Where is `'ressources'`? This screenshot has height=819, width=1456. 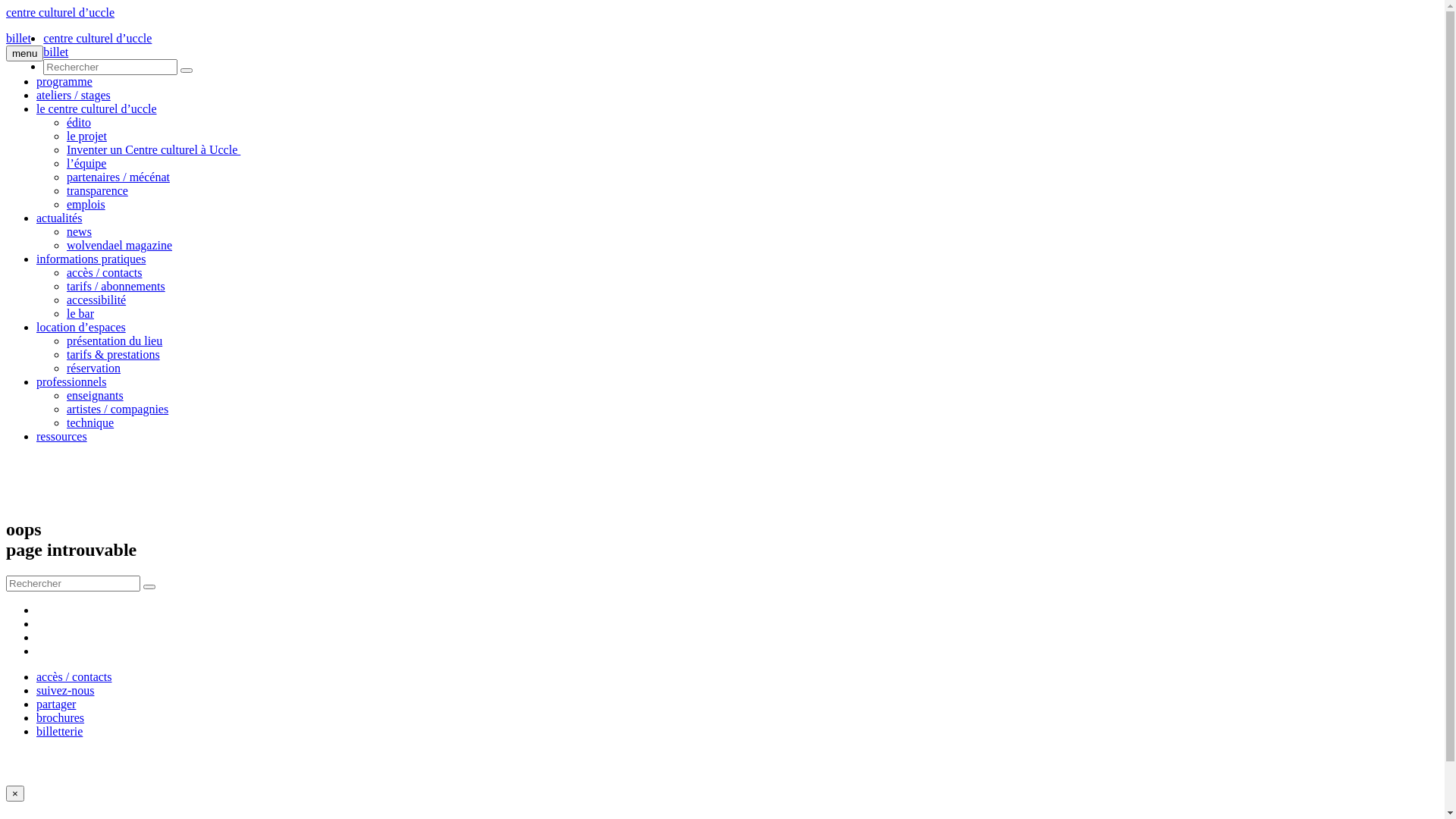
'ressources' is located at coordinates (36, 436).